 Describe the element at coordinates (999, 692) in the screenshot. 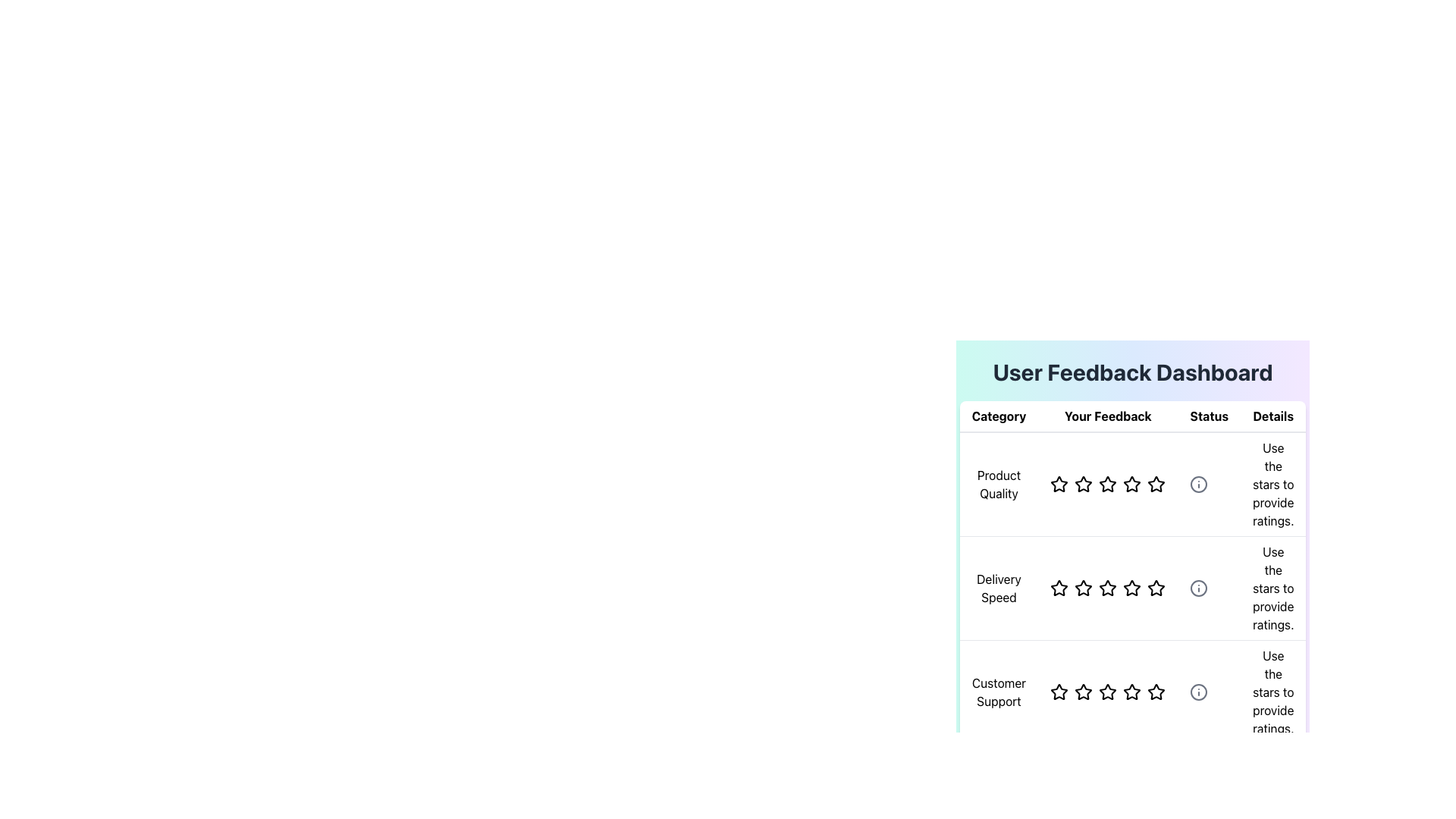

I see `the 'Customer Support' text element` at that location.